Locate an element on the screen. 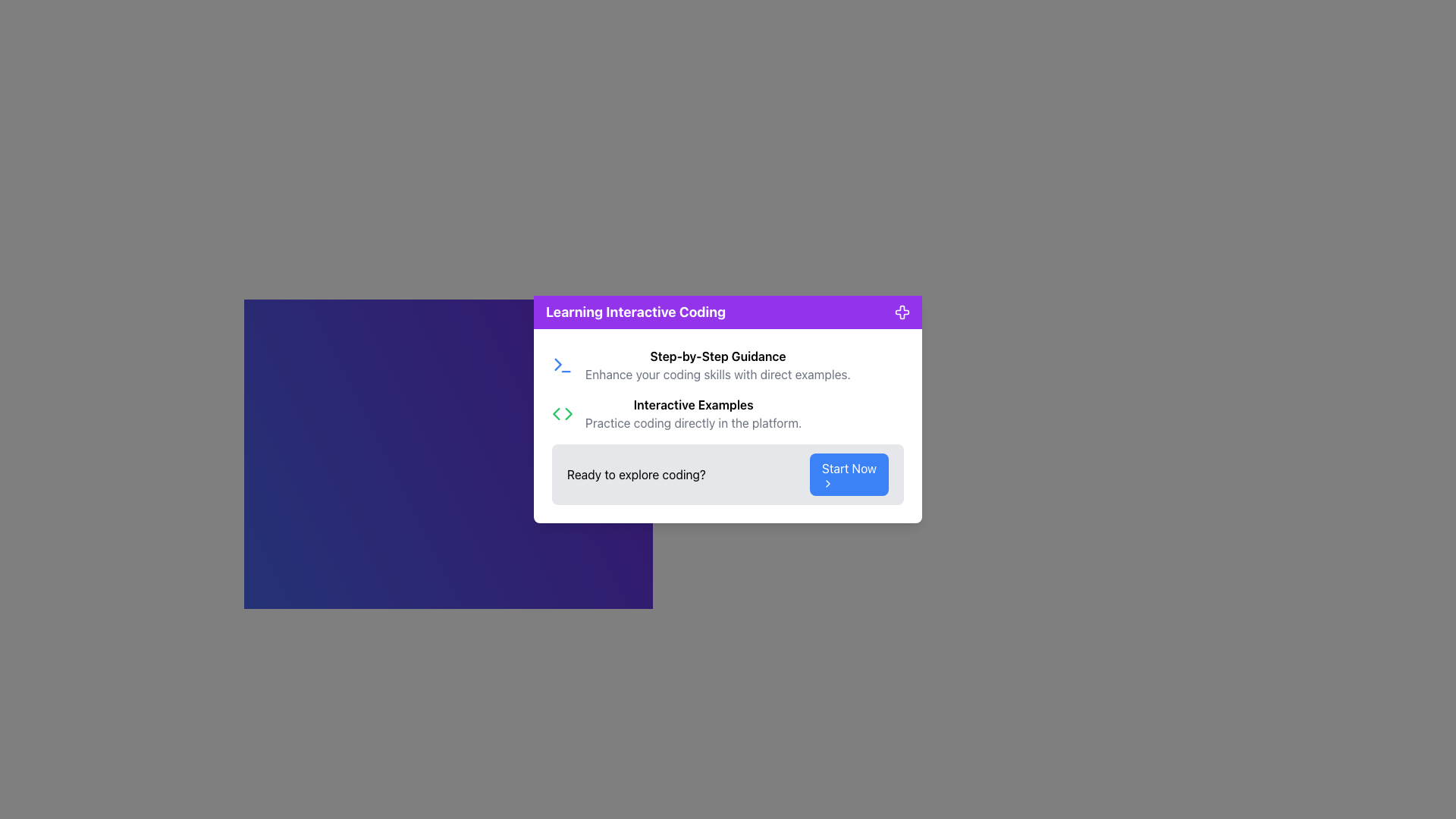 Image resolution: width=1456 pixels, height=819 pixels. the close button located at the far right of the purple header bar labeled 'Learning Interactive Coding' is located at coordinates (902, 312).